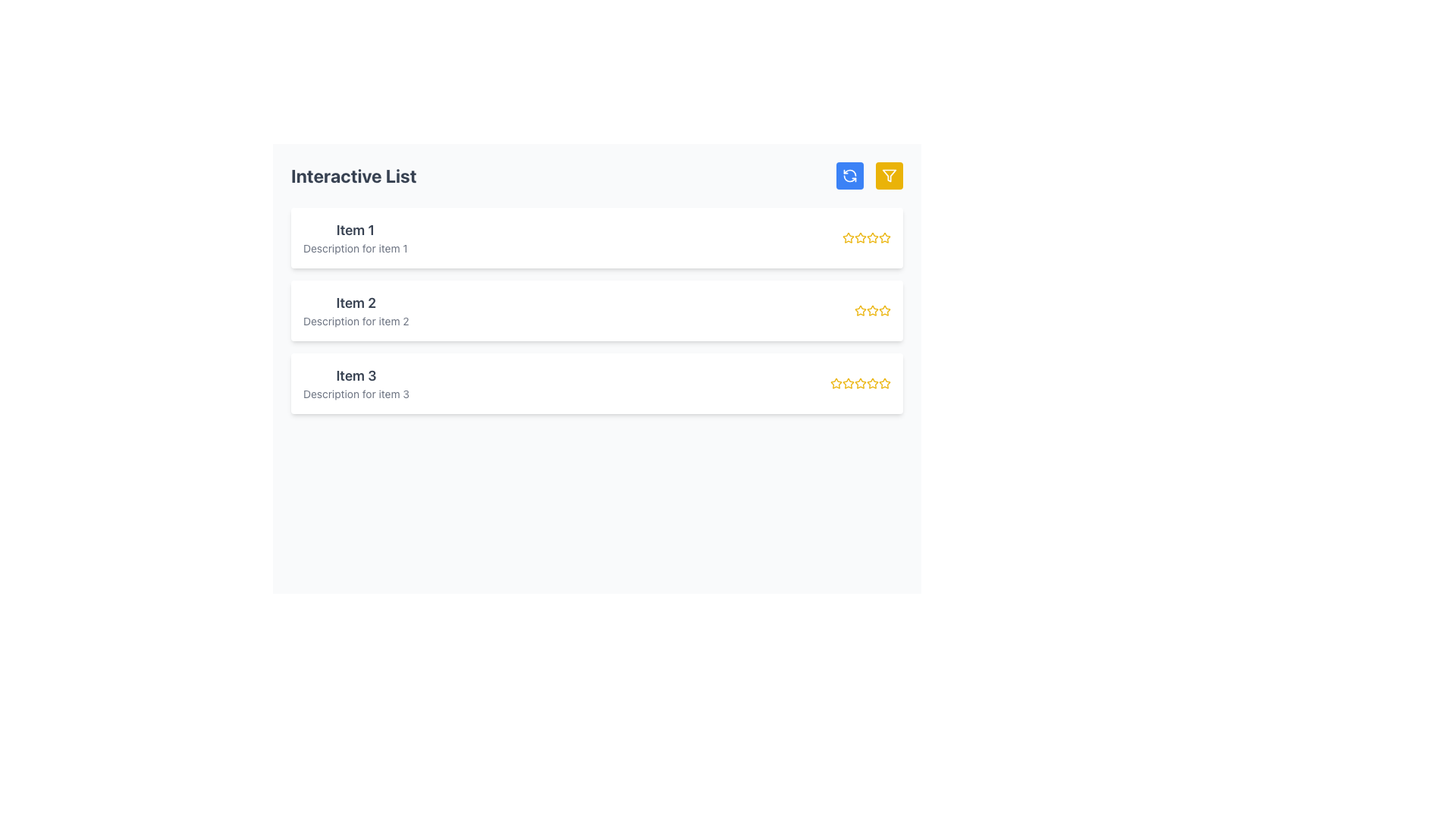 Image resolution: width=1456 pixels, height=819 pixels. What do you see at coordinates (850, 174) in the screenshot?
I see `the refresh icon within the blue button located at the top-right corner of the interface` at bounding box center [850, 174].